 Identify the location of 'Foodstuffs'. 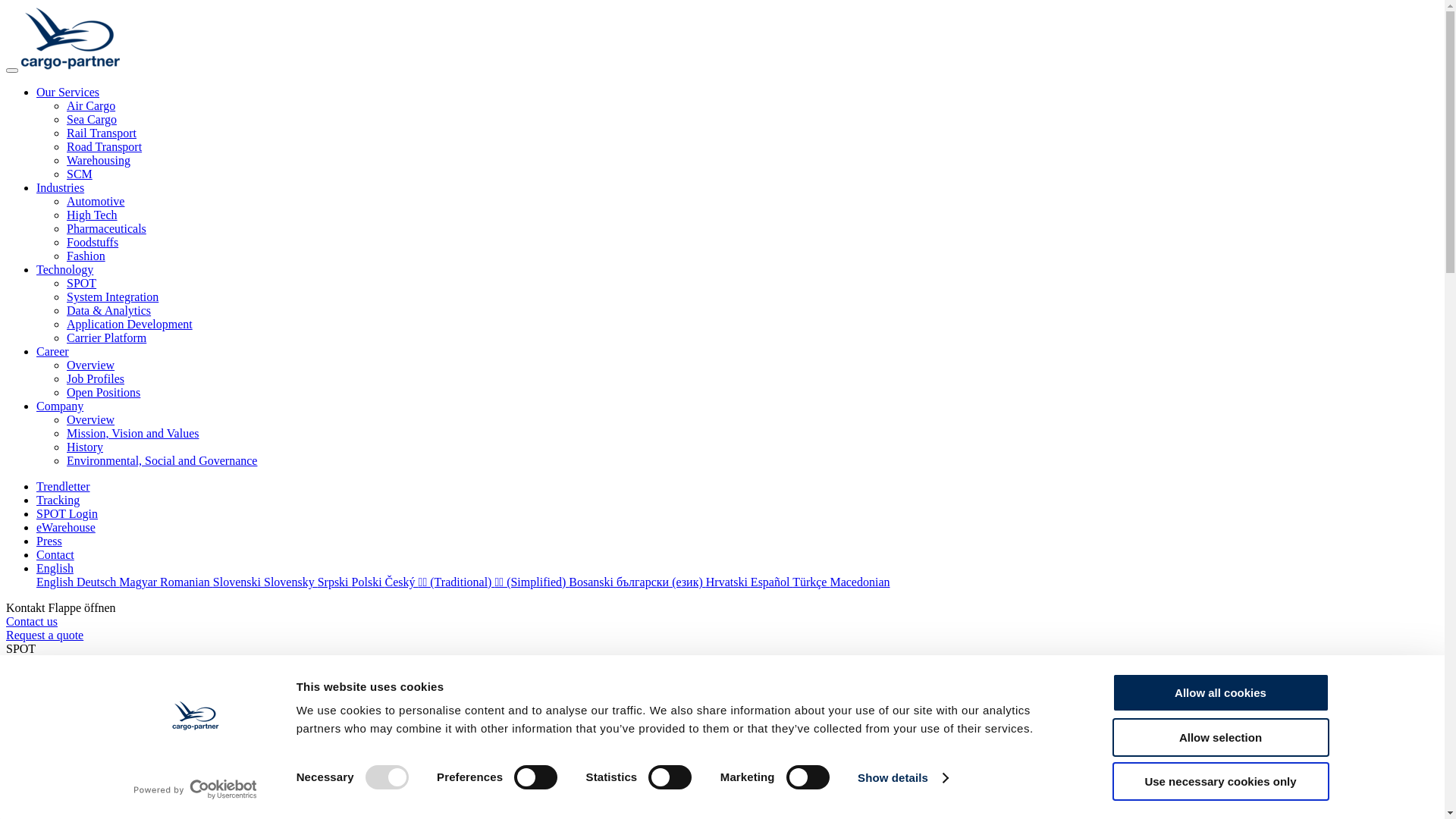
(65, 241).